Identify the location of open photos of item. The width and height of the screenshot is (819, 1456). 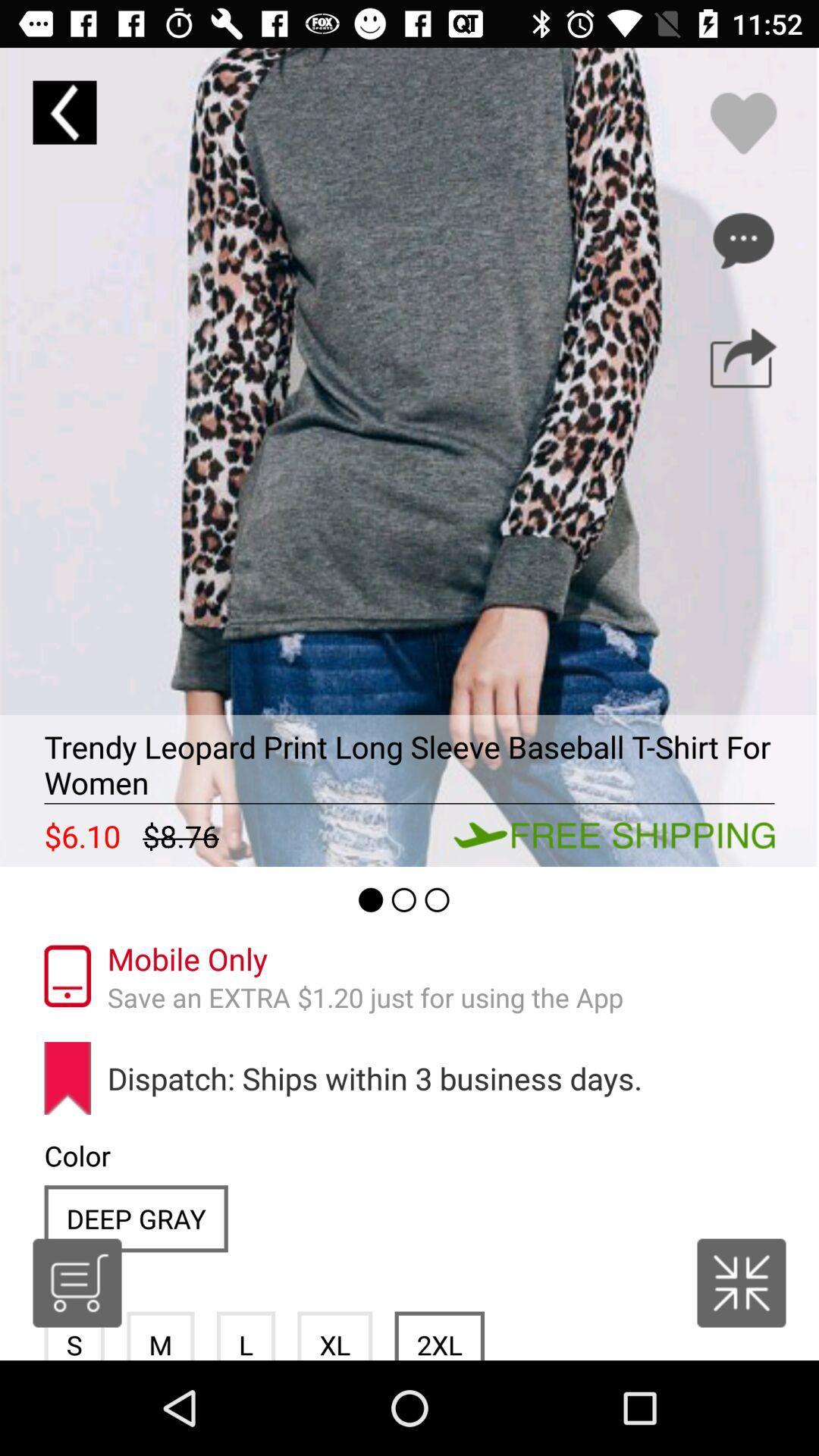
(409, 457).